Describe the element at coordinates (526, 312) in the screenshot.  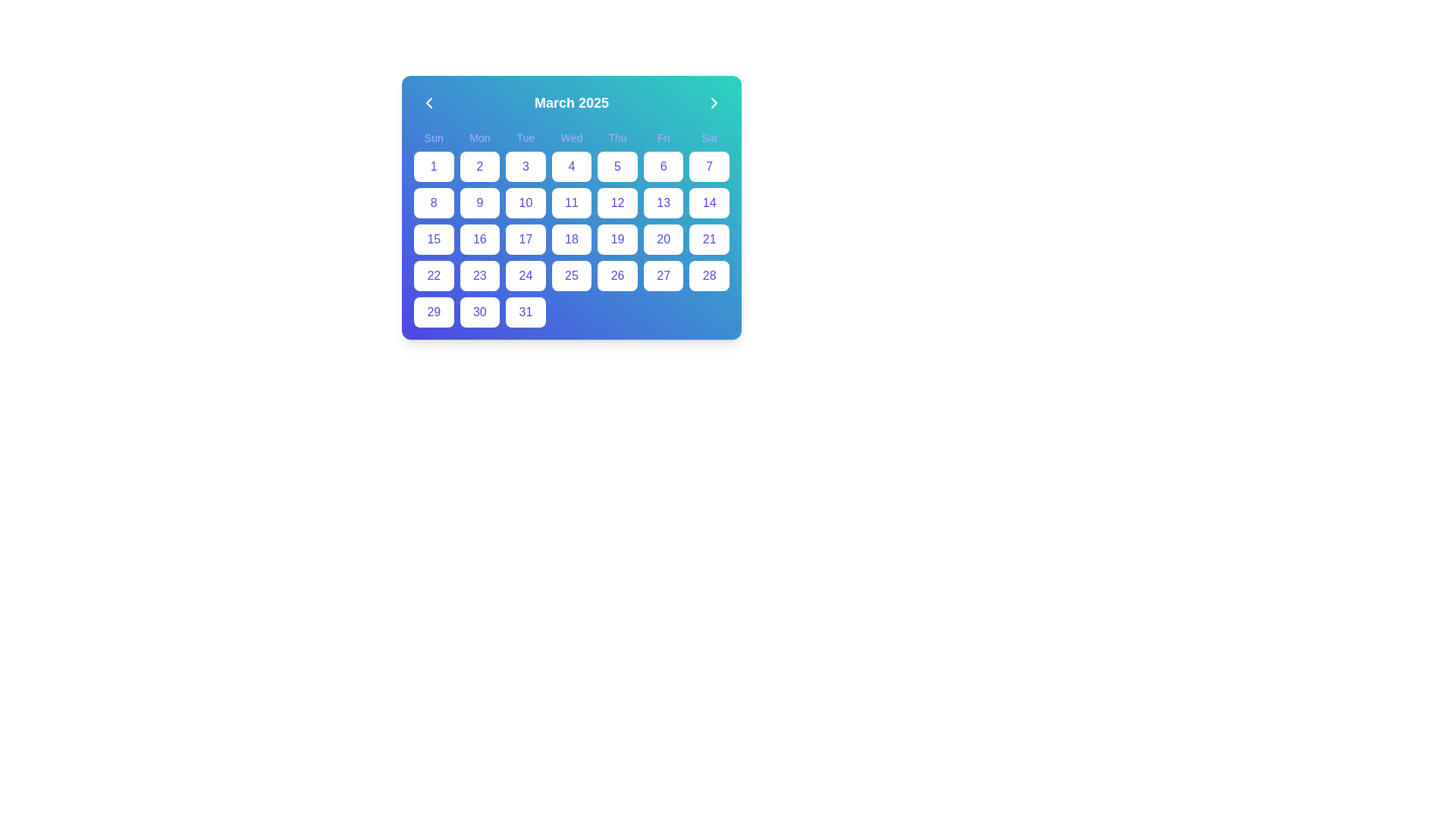
I see `the button displaying '31' with a white background and blue text` at that location.